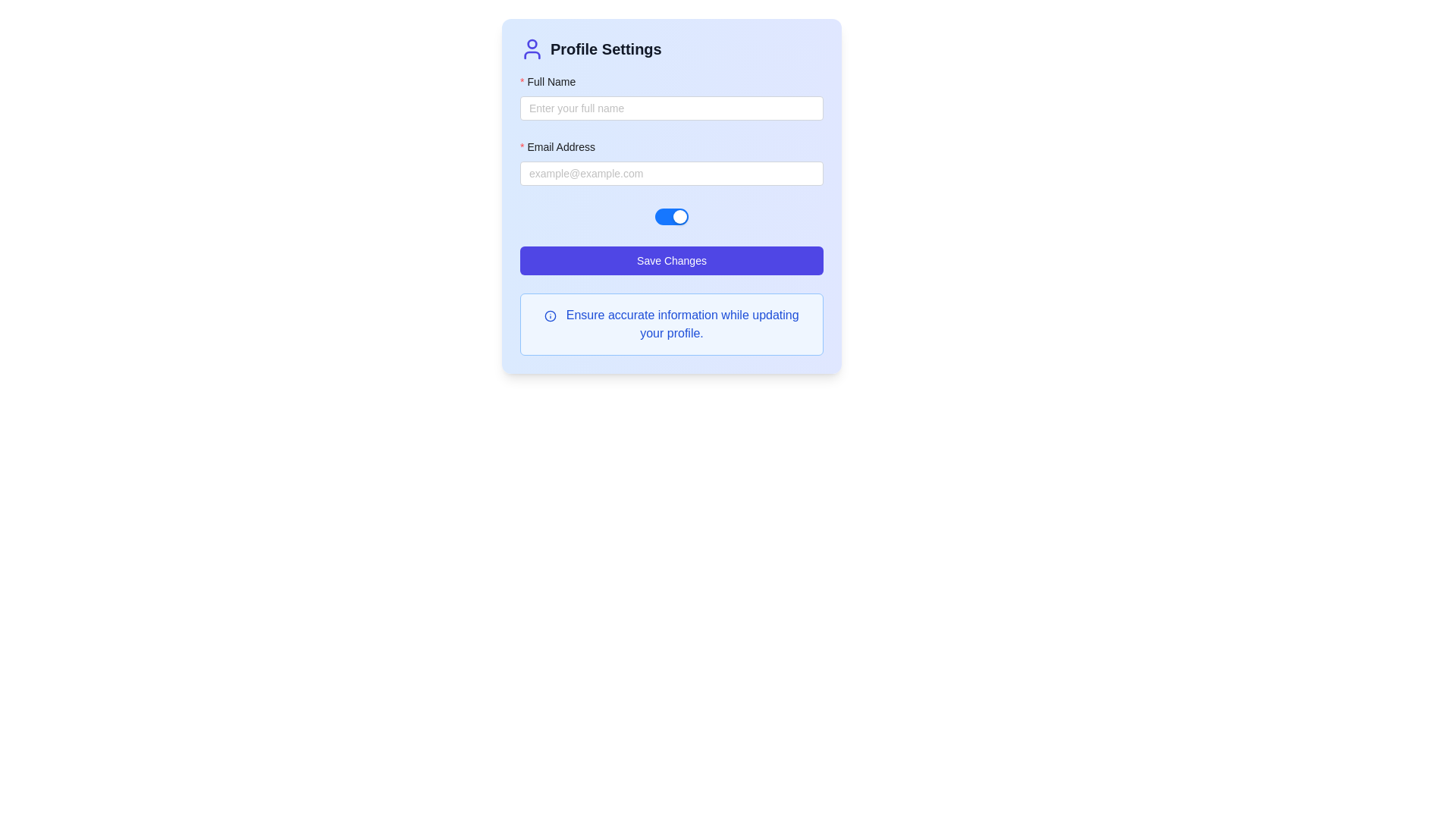  Describe the element at coordinates (666, 216) in the screenshot. I see `the blue-colored circular toggle switch indicator located within the 'Profile Settings' form, positioned below the email address field and above the 'Save Changes' button` at that location.